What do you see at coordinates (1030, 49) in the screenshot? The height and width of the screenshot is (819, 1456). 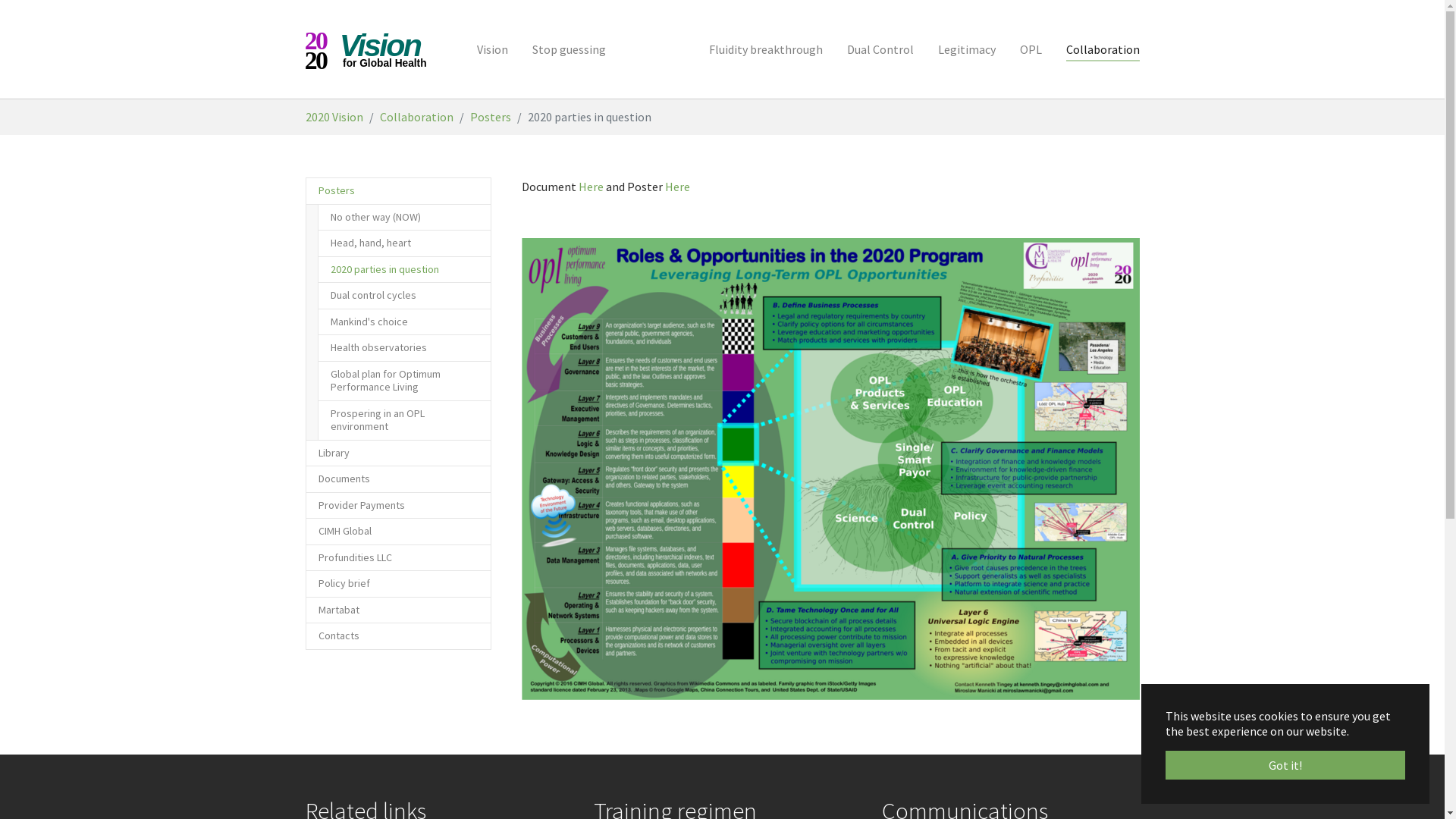 I see `'OPL'` at bounding box center [1030, 49].